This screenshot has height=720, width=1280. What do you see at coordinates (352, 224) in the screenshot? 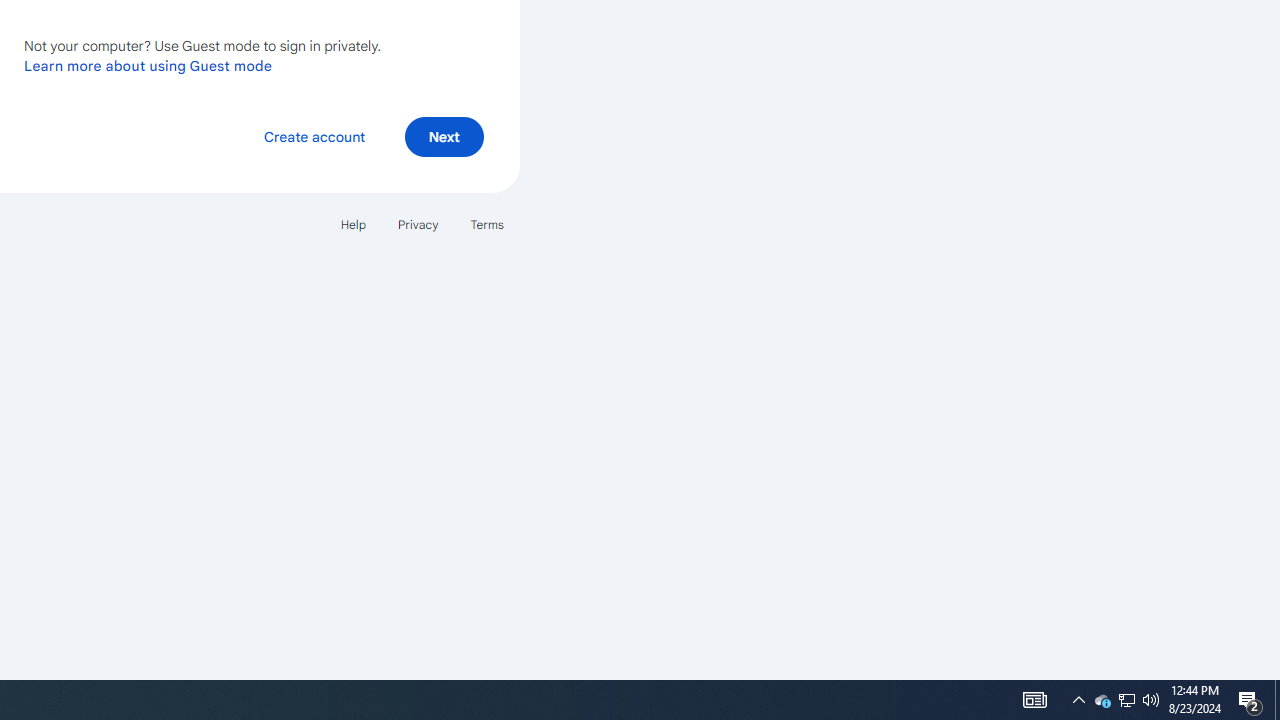
I see `'Help'` at bounding box center [352, 224].